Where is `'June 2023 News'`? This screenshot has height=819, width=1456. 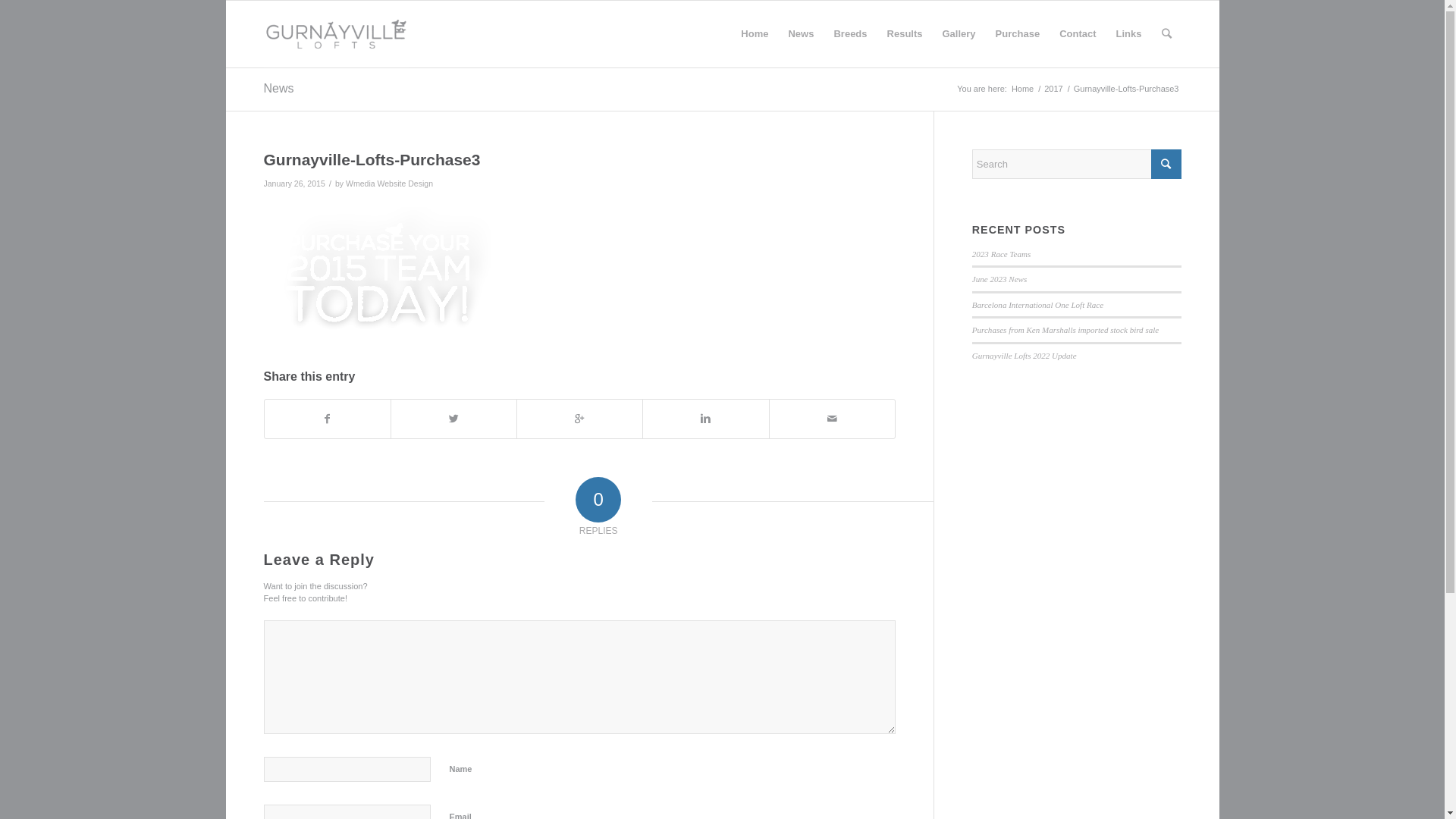 'June 2023 News' is located at coordinates (999, 278).